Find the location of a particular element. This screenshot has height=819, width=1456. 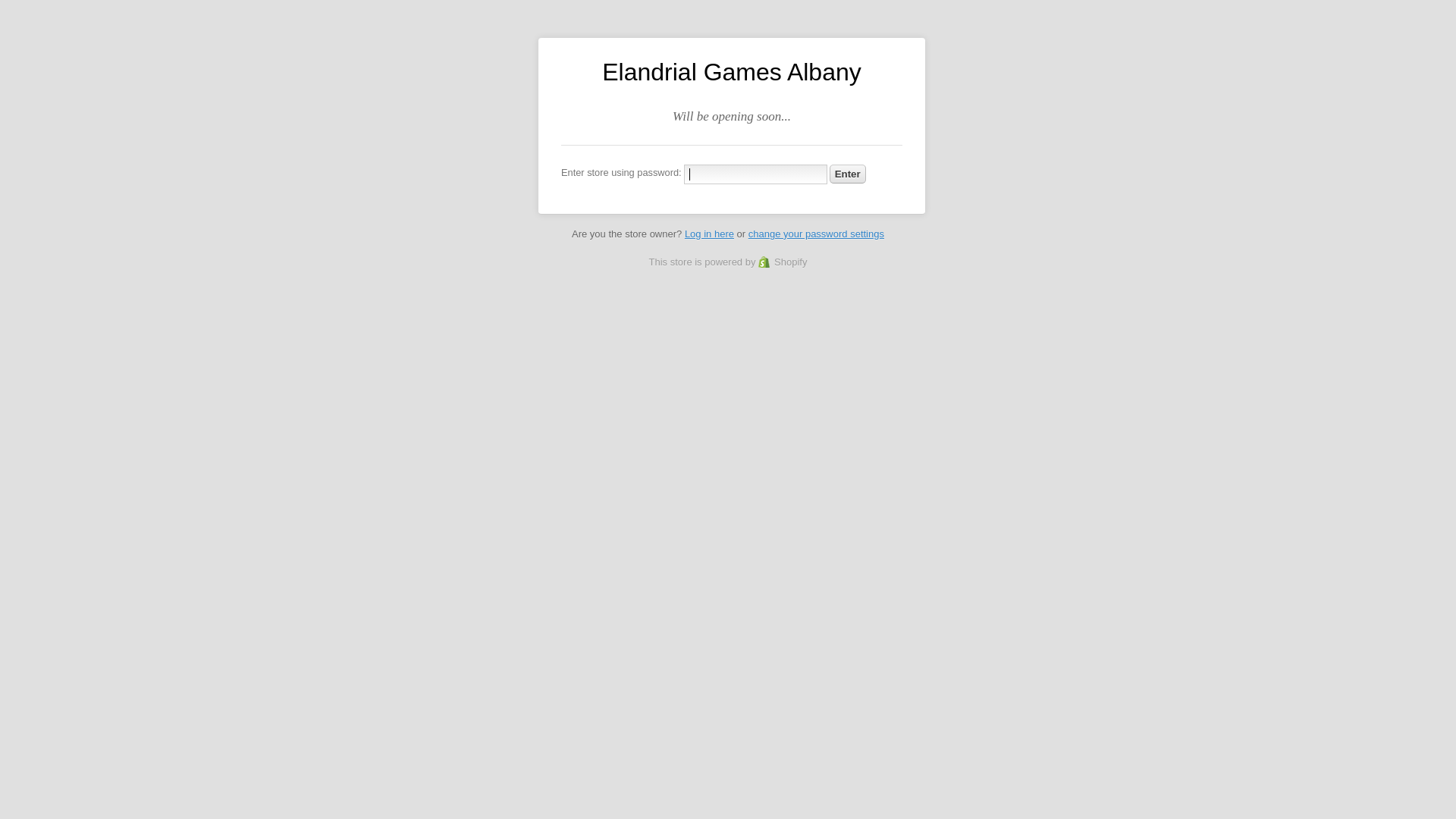

'change your password settings' is located at coordinates (815, 234).